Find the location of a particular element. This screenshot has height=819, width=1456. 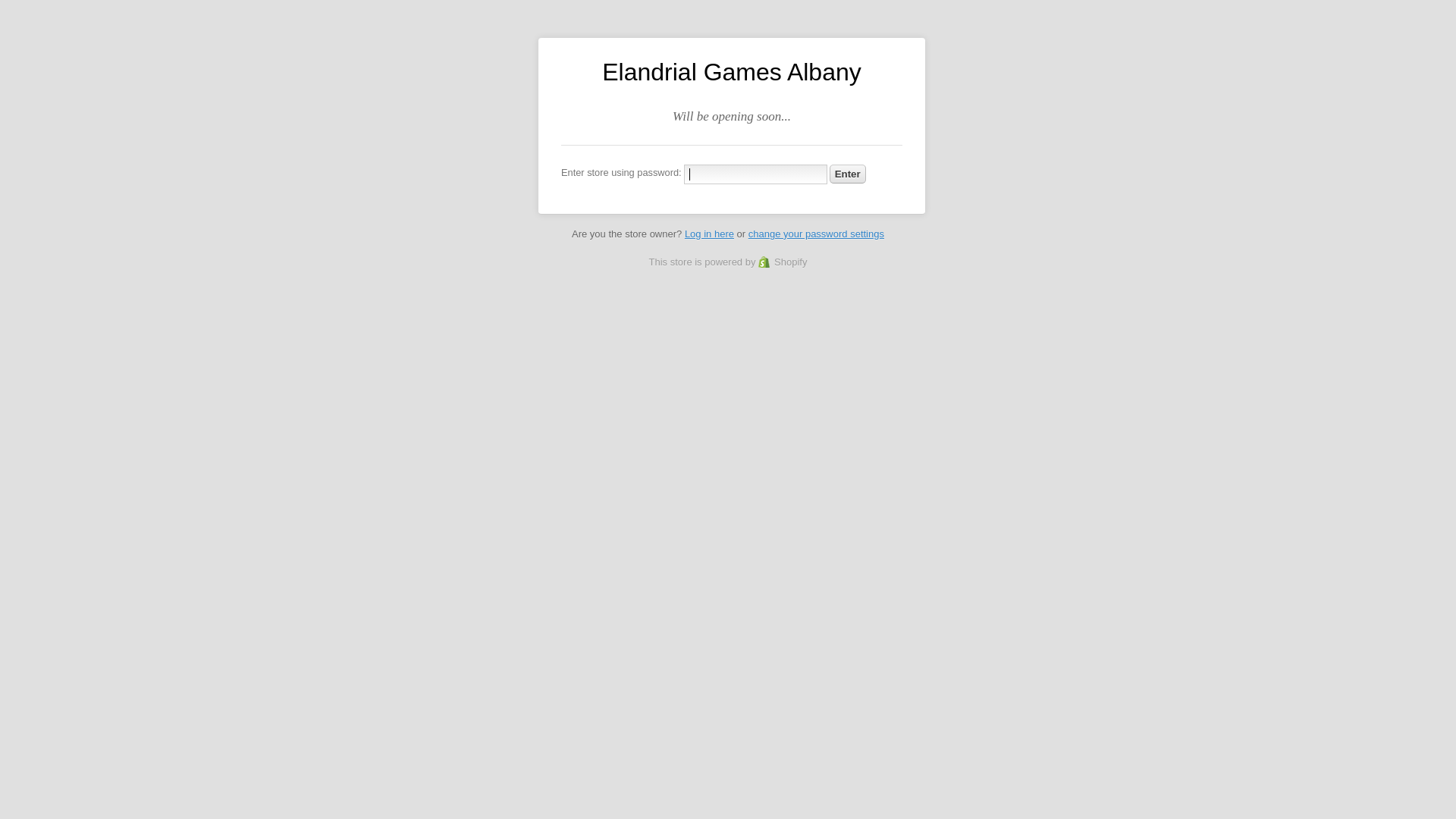

'change your password settings' is located at coordinates (815, 234).